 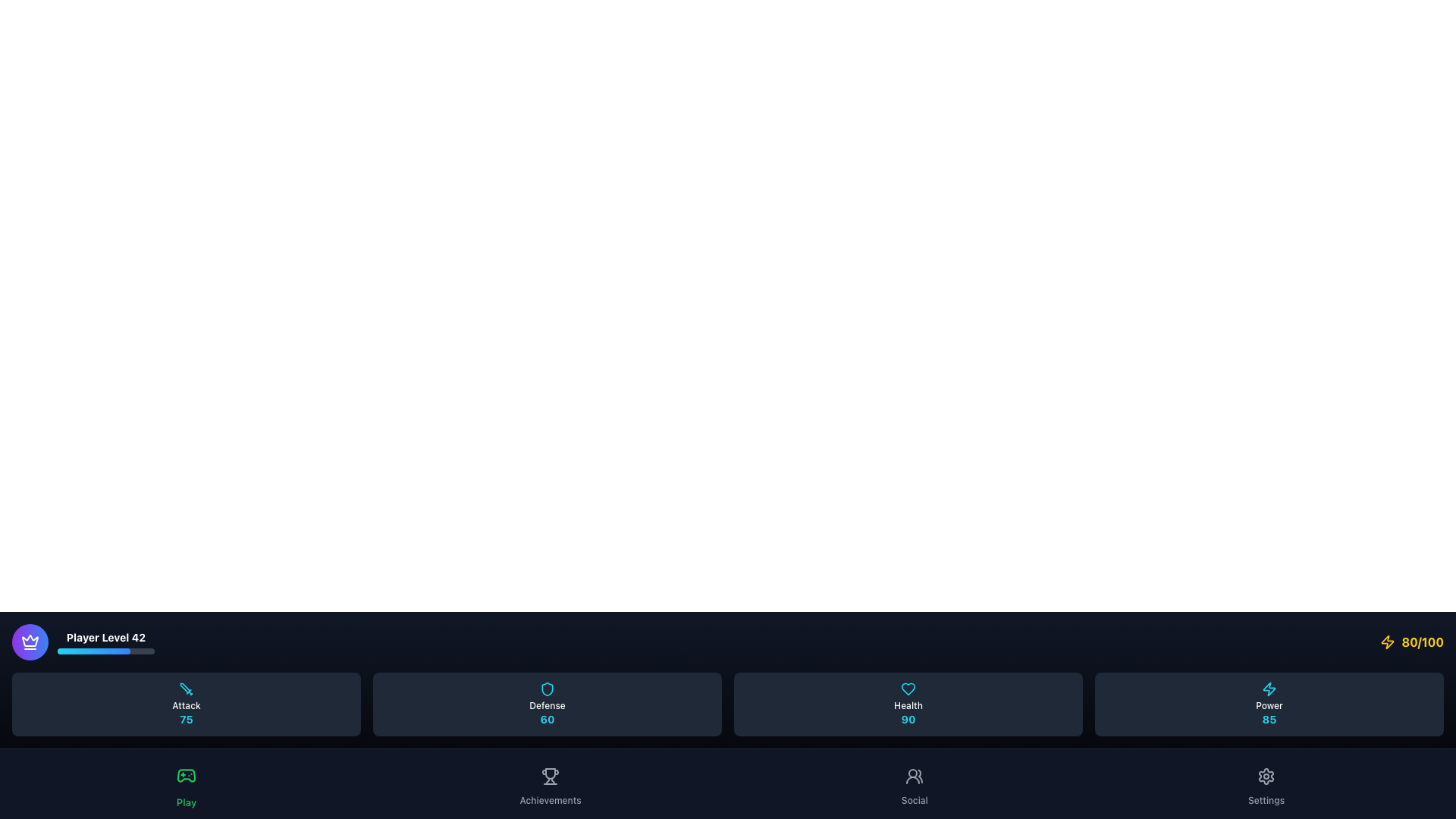 What do you see at coordinates (546, 689) in the screenshot?
I see `the cyan-colored shield icon located under the title 'Defense' and above the number '60'` at bounding box center [546, 689].